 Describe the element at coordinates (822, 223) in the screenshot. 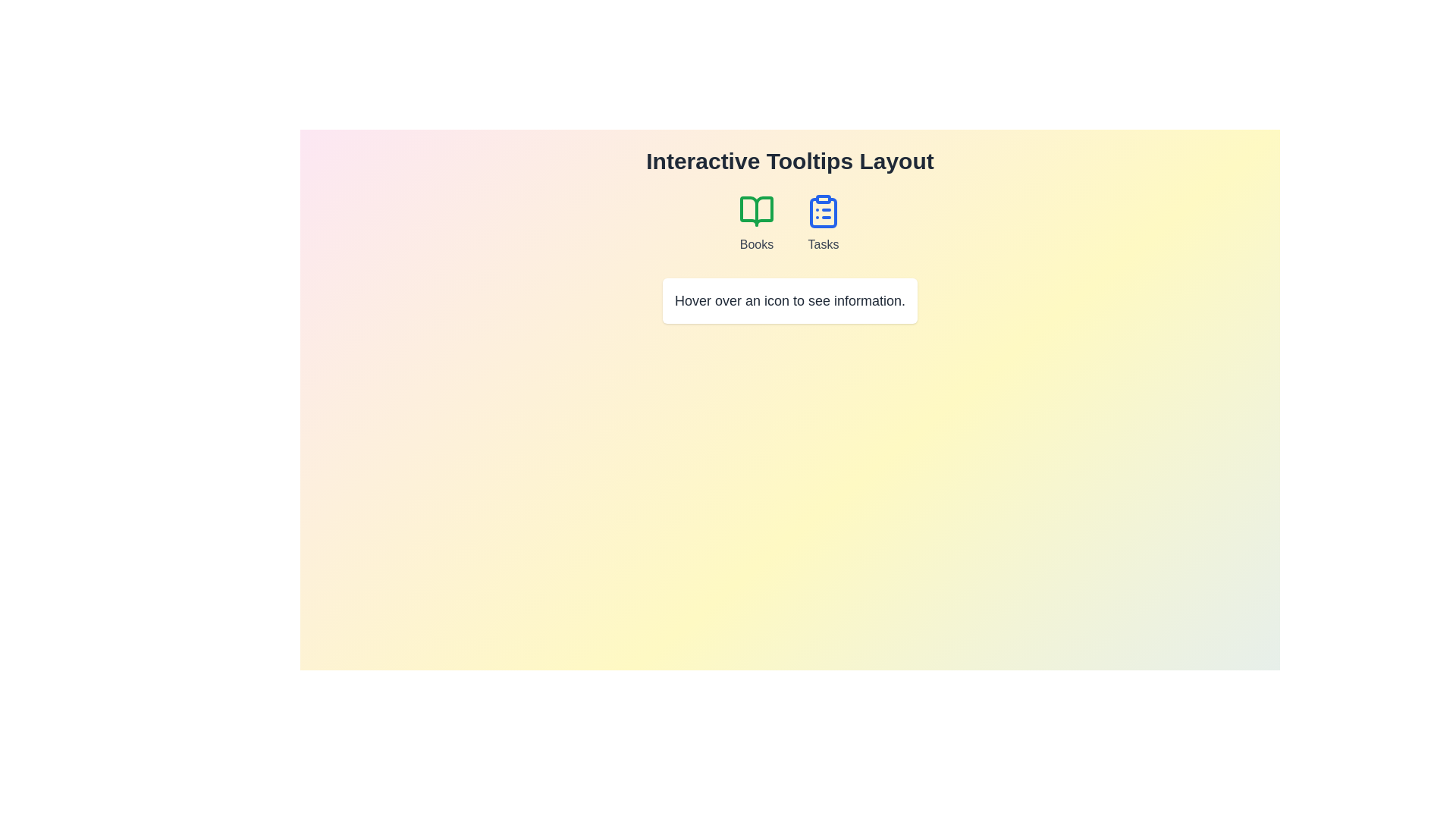

I see `the 'Tasks' labeled icon button, which features a clipboard icon and is styled in blue` at that location.